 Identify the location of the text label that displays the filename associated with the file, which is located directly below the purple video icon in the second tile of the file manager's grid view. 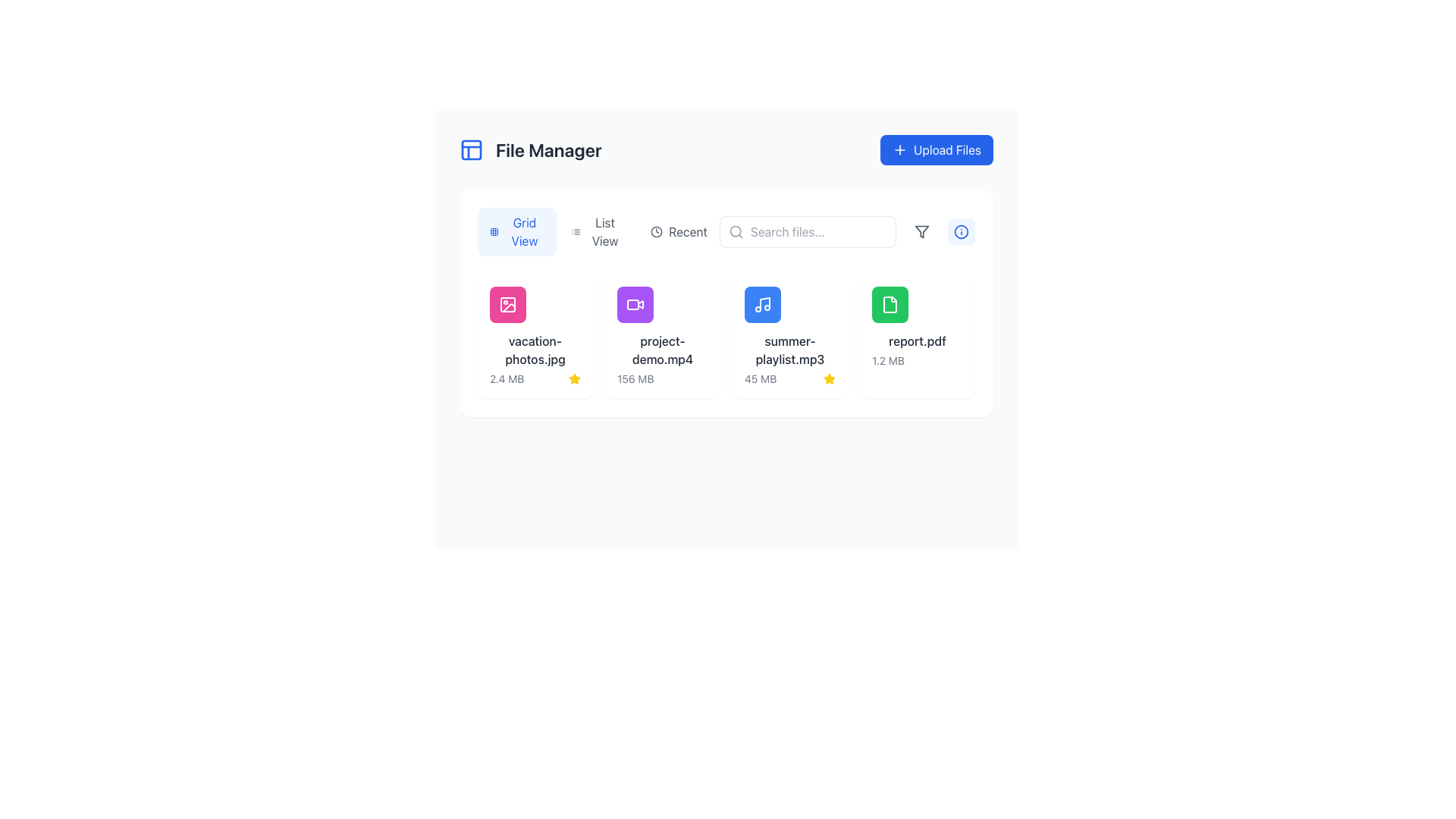
(662, 350).